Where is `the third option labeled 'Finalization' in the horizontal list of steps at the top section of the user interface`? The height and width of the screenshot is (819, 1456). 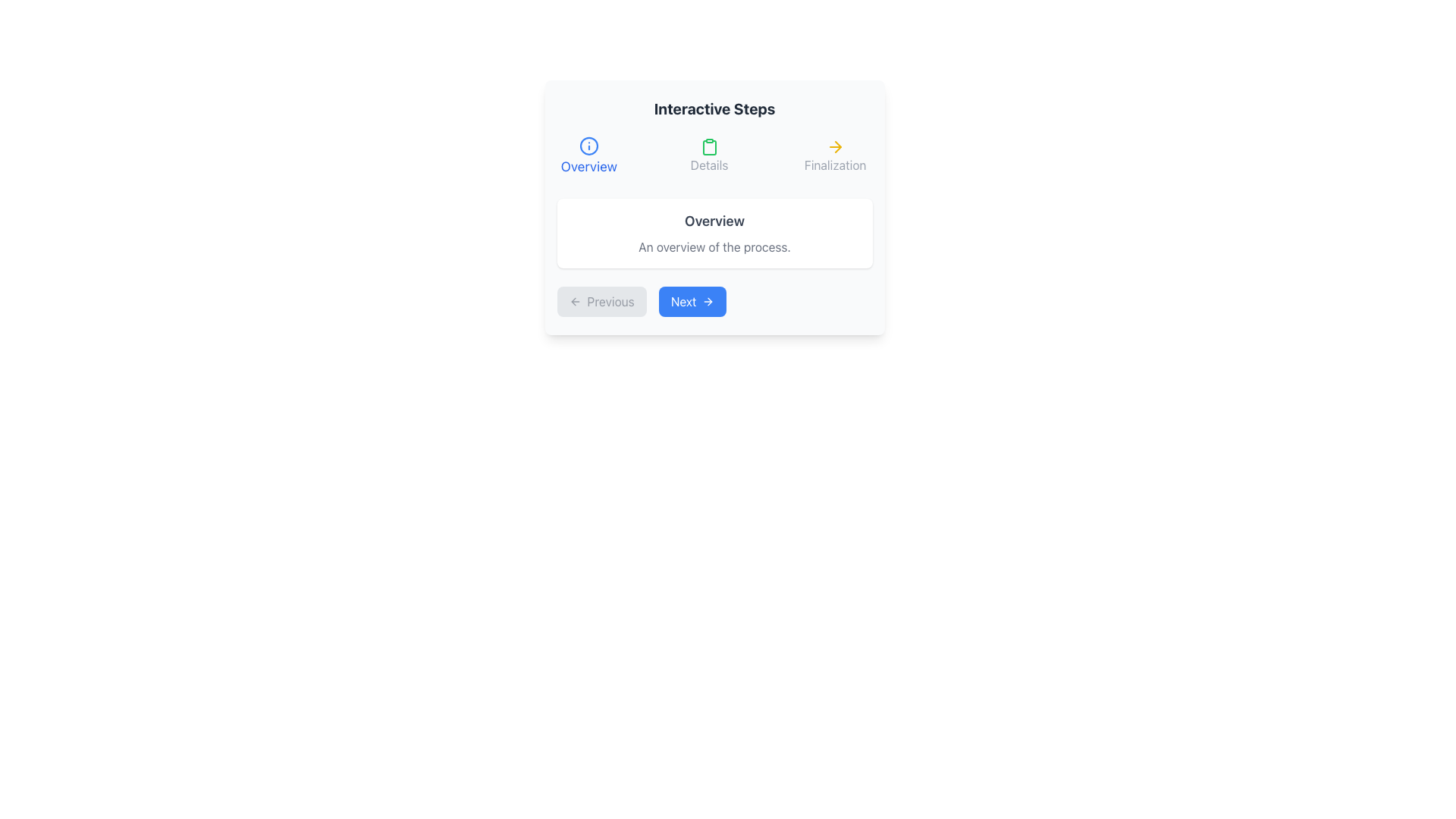 the third option labeled 'Finalization' in the horizontal list of steps at the top section of the user interface is located at coordinates (834, 155).